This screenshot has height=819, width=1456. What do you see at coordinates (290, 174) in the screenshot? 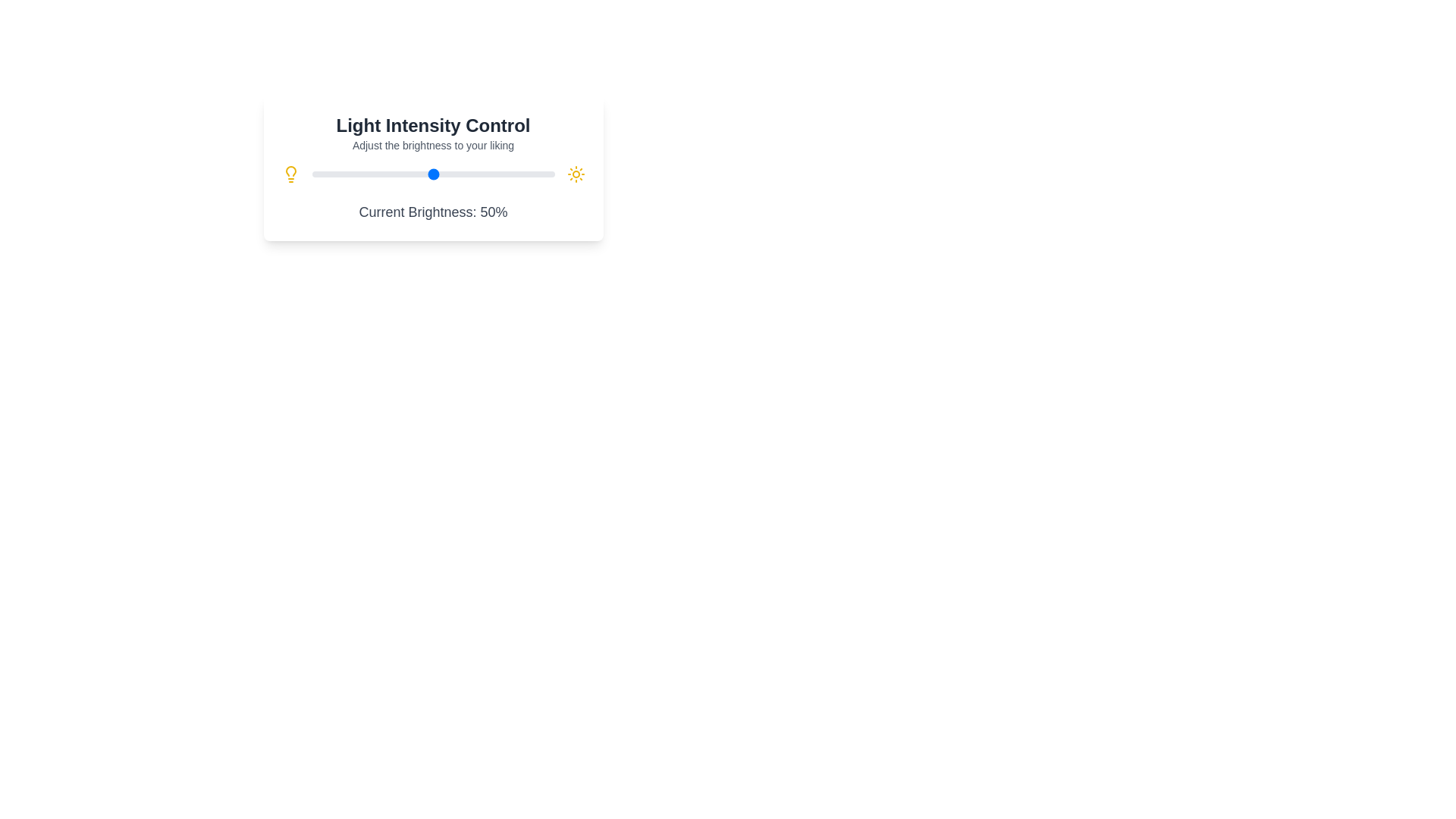
I see `the lightbulb icon to interact with it` at bounding box center [290, 174].